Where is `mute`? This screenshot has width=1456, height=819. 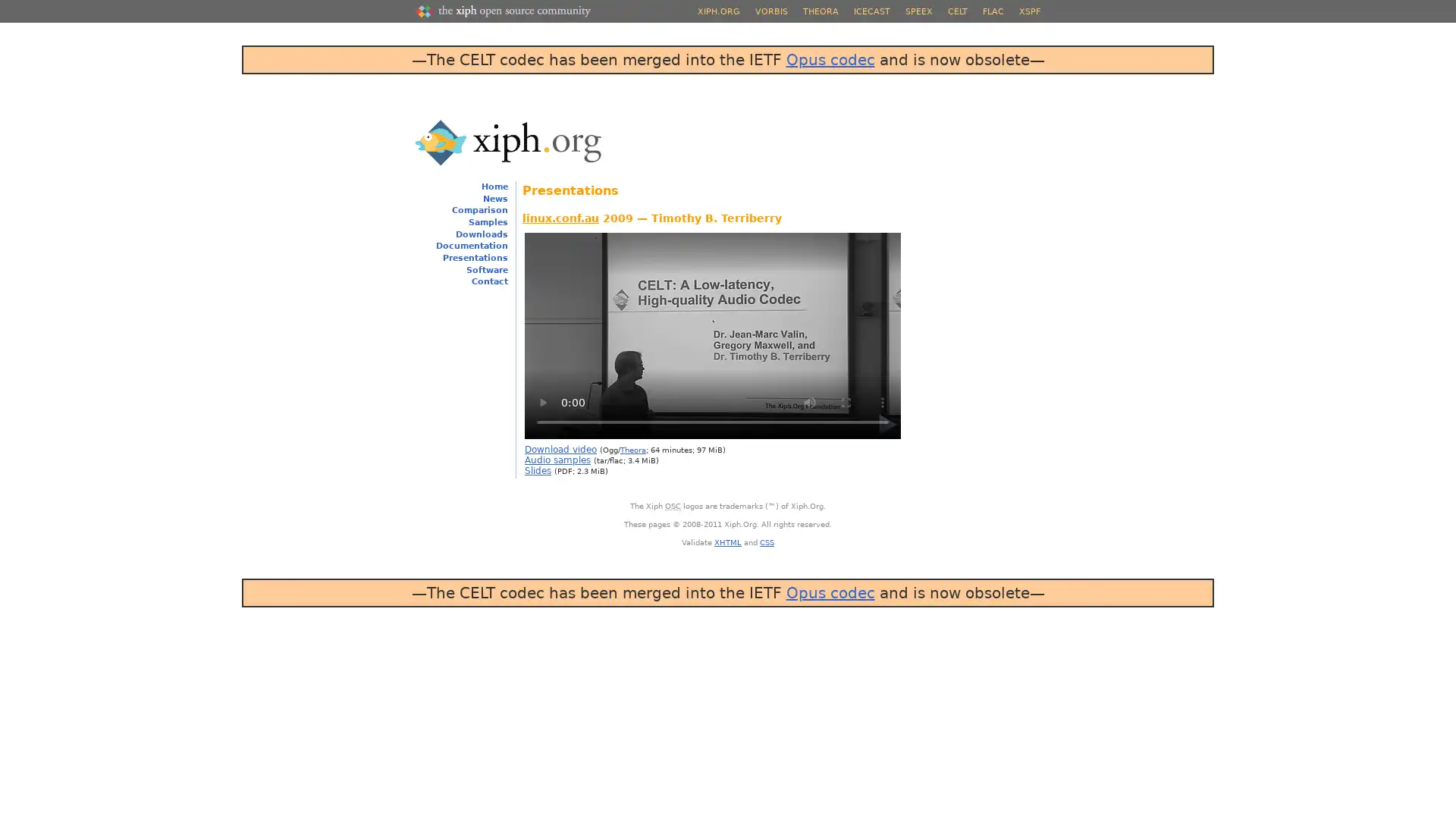 mute is located at coordinates (808, 400).